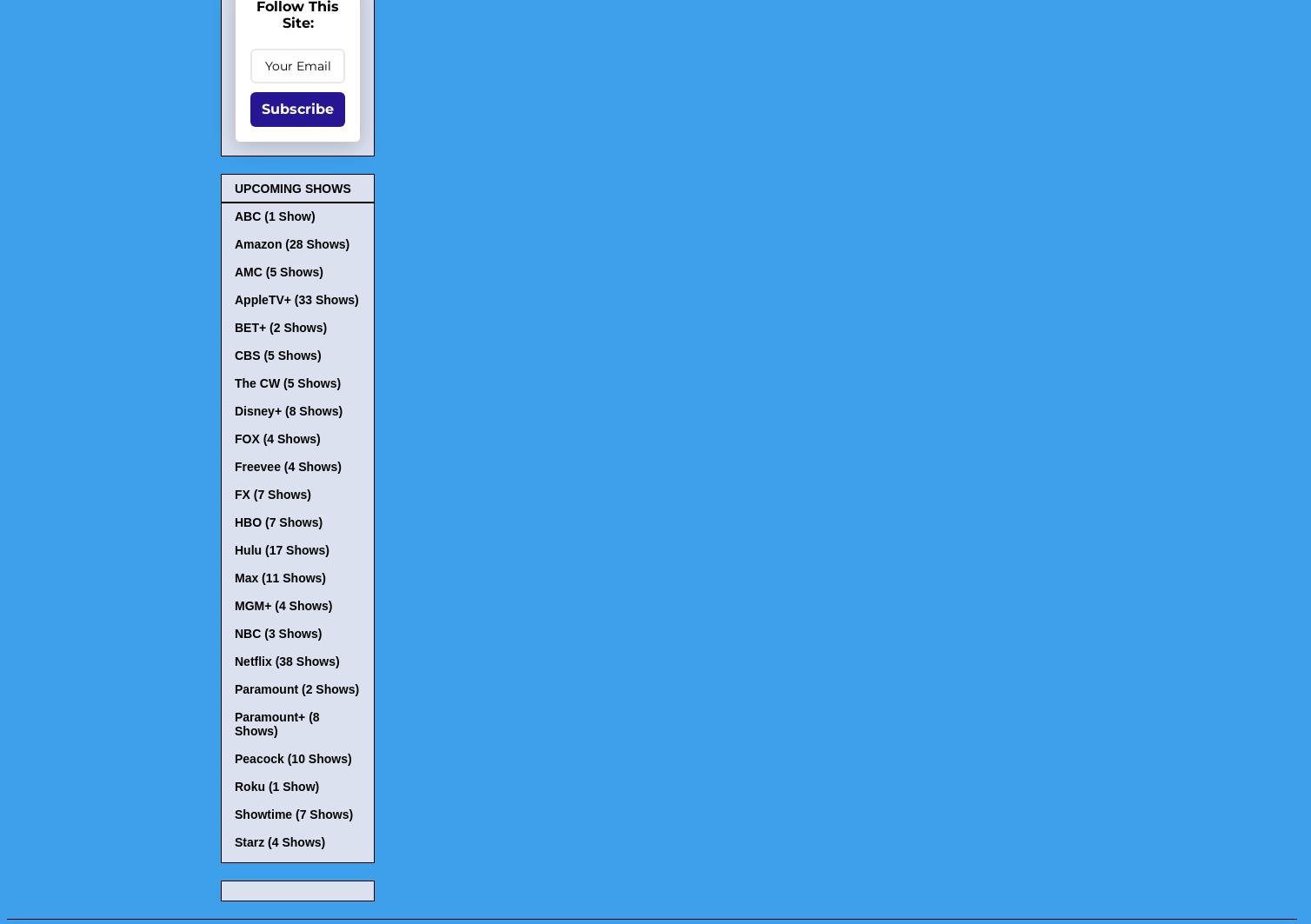 The height and width of the screenshot is (924, 1311). I want to click on 'UPCOMING SHOWS', so click(233, 188).